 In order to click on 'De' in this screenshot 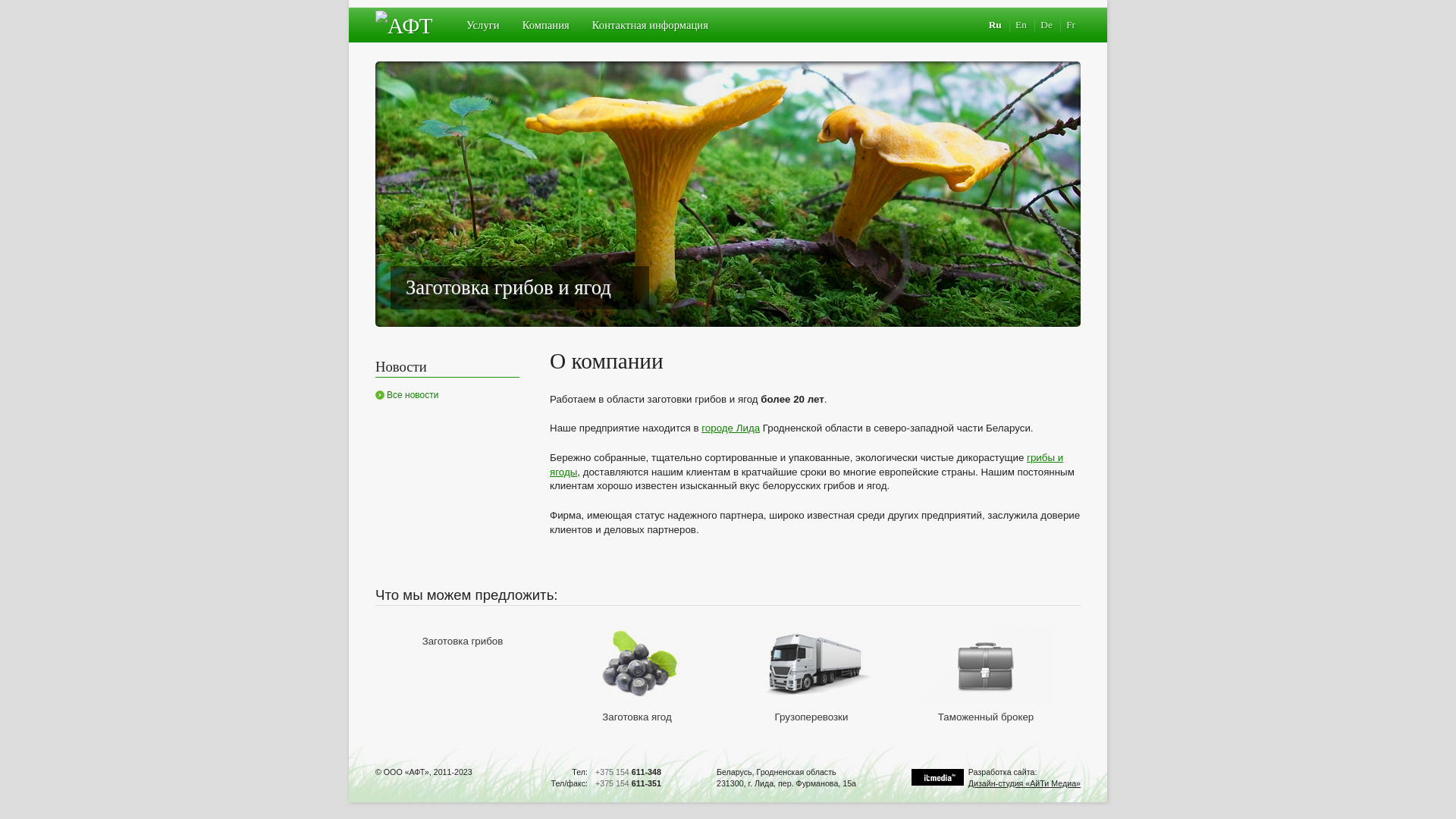, I will do `click(1045, 24)`.